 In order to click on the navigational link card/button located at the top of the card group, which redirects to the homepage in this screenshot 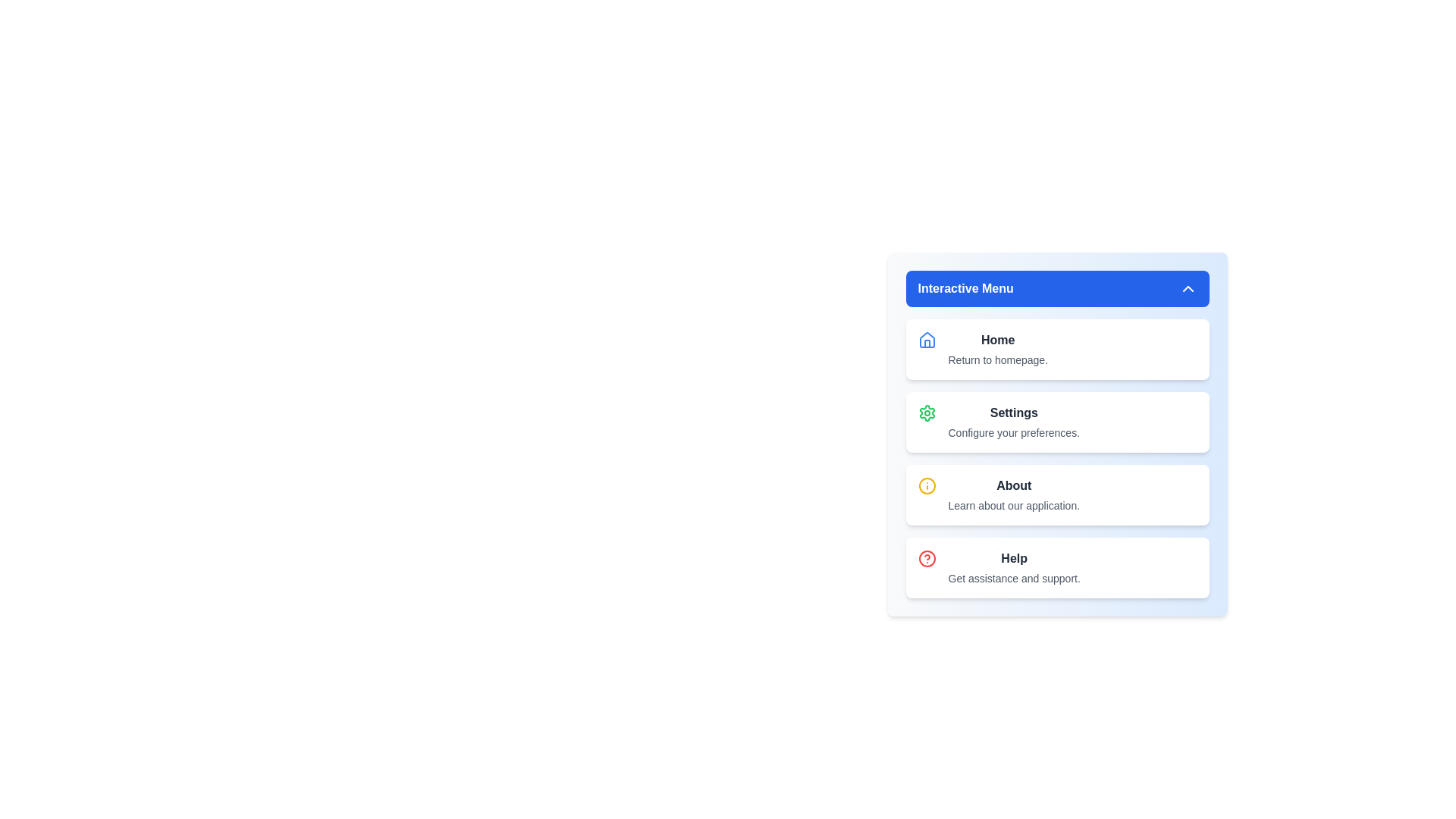, I will do `click(1056, 350)`.